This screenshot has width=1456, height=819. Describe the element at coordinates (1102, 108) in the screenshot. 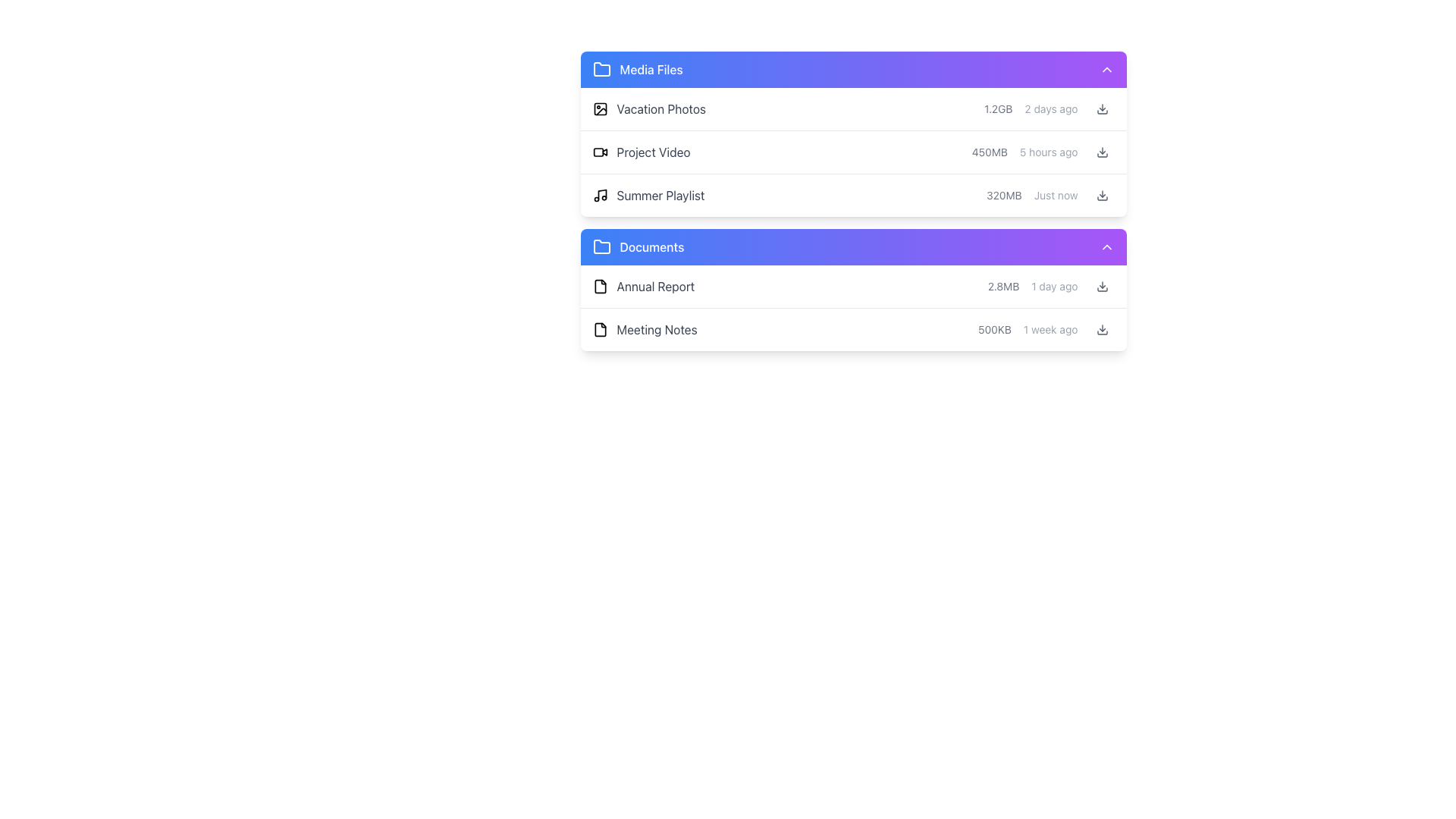

I see `the download icon button for the 'Annual Report'` at that location.